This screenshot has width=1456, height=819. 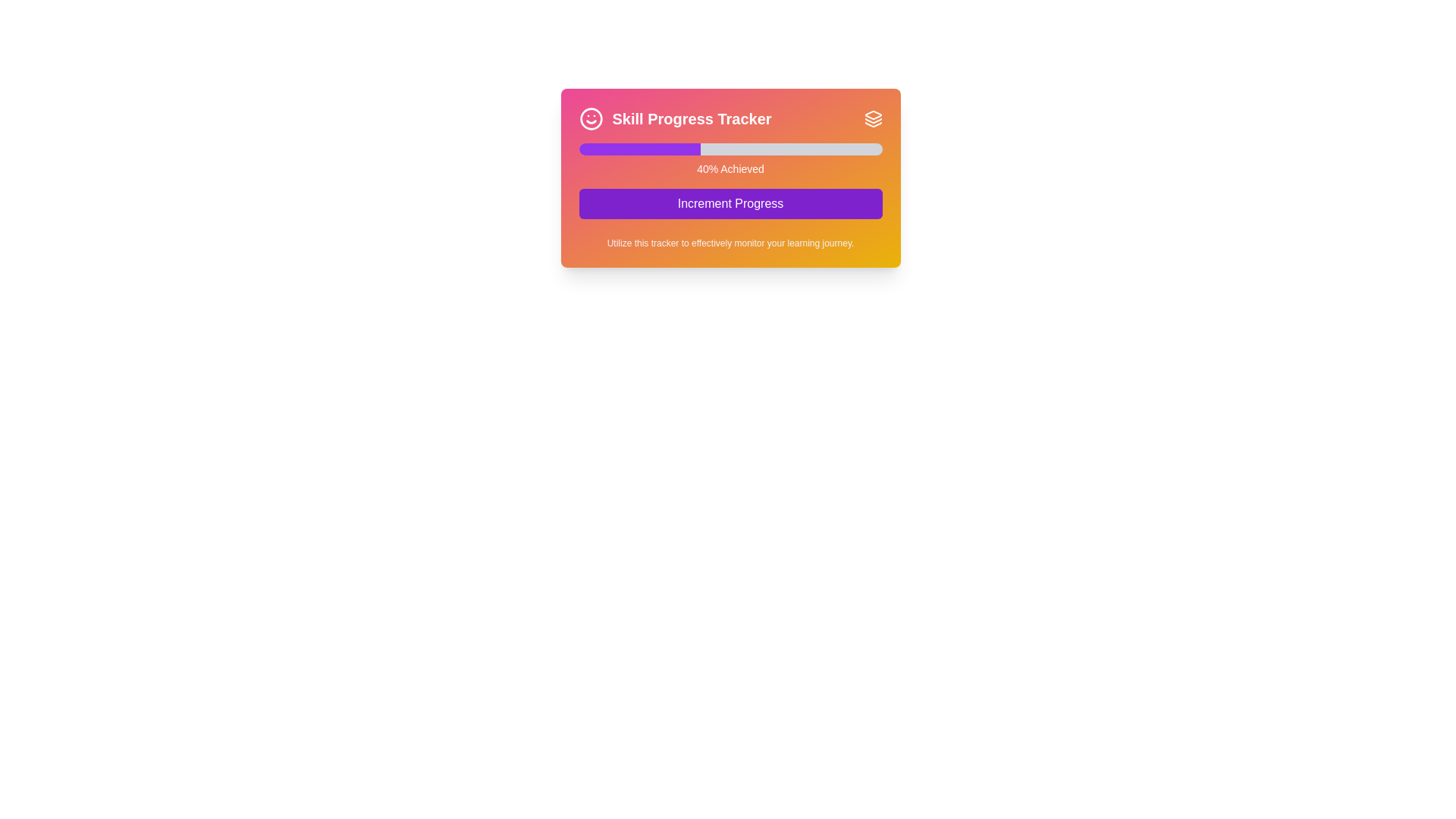 I want to click on the static text label that reads 'Utilize this tracker to effectively monitor your learning journey.' which is styled in a small gray font at the bottom of the card, so click(x=730, y=242).